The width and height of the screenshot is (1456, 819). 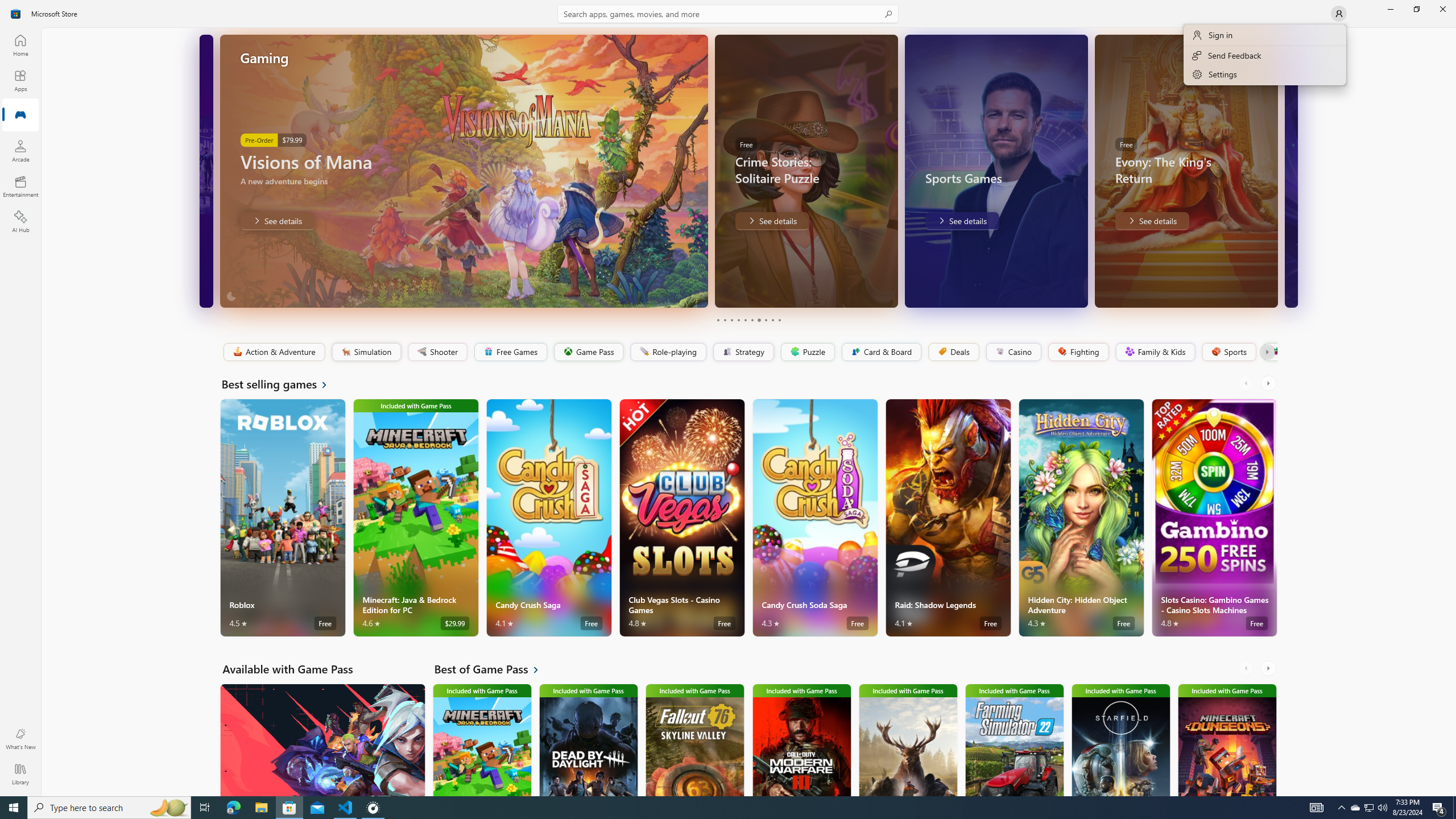 What do you see at coordinates (953, 351) in the screenshot?
I see `'Deals'` at bounding box center [953, 351].